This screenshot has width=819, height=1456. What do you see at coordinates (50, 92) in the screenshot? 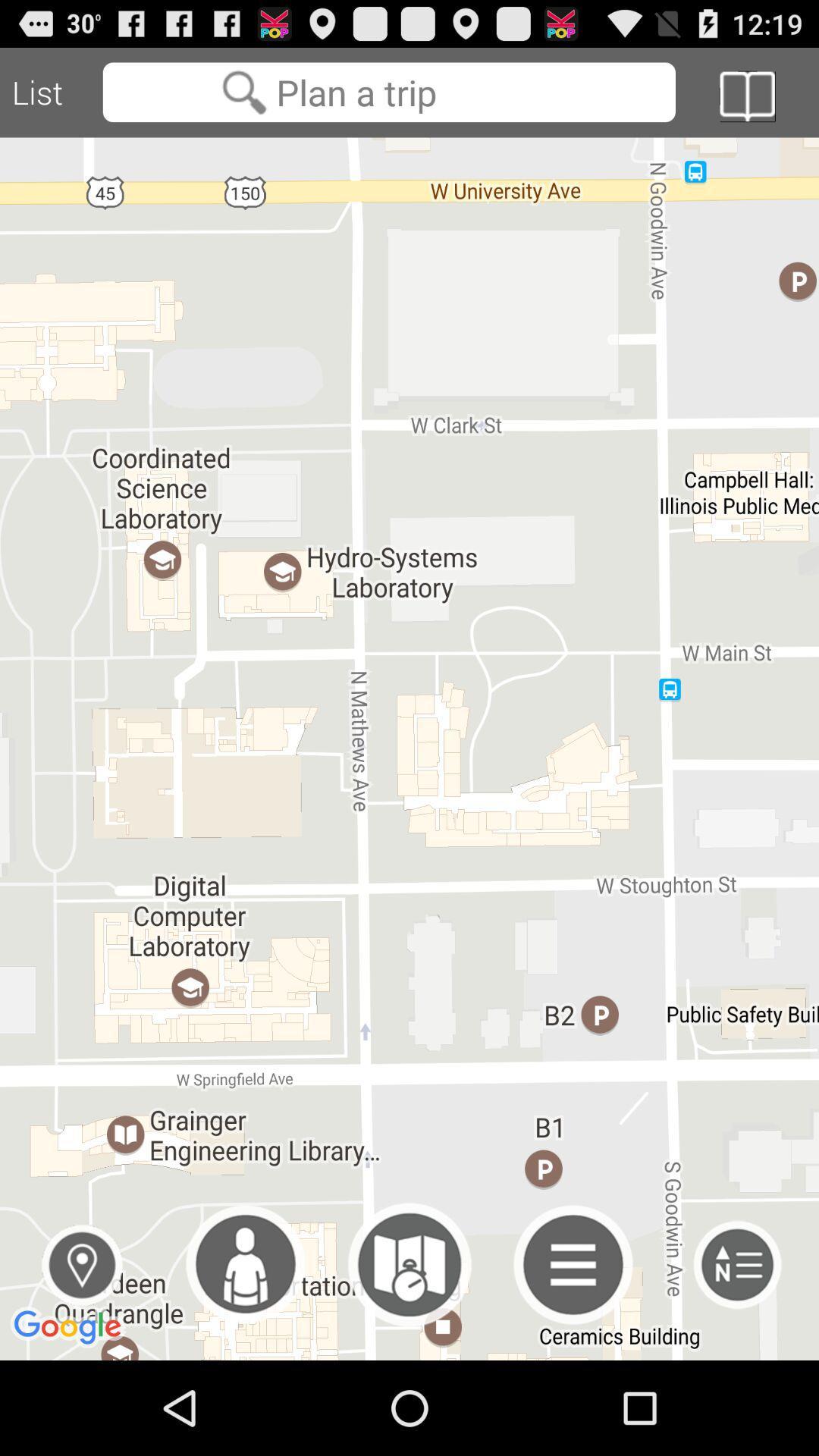
I see `the list icon` at bounding box center [50, 92].